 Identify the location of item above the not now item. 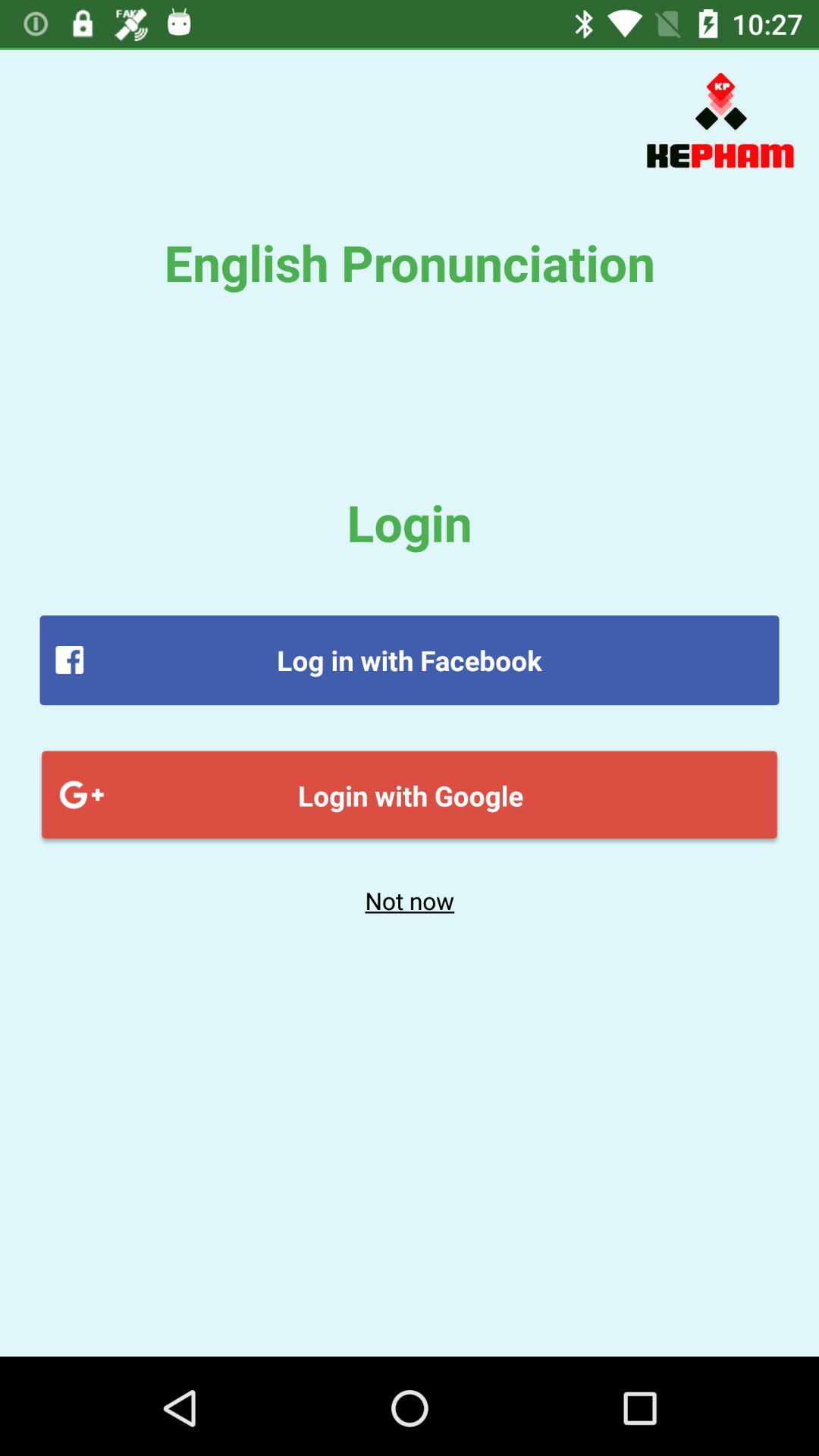
(409, 794).